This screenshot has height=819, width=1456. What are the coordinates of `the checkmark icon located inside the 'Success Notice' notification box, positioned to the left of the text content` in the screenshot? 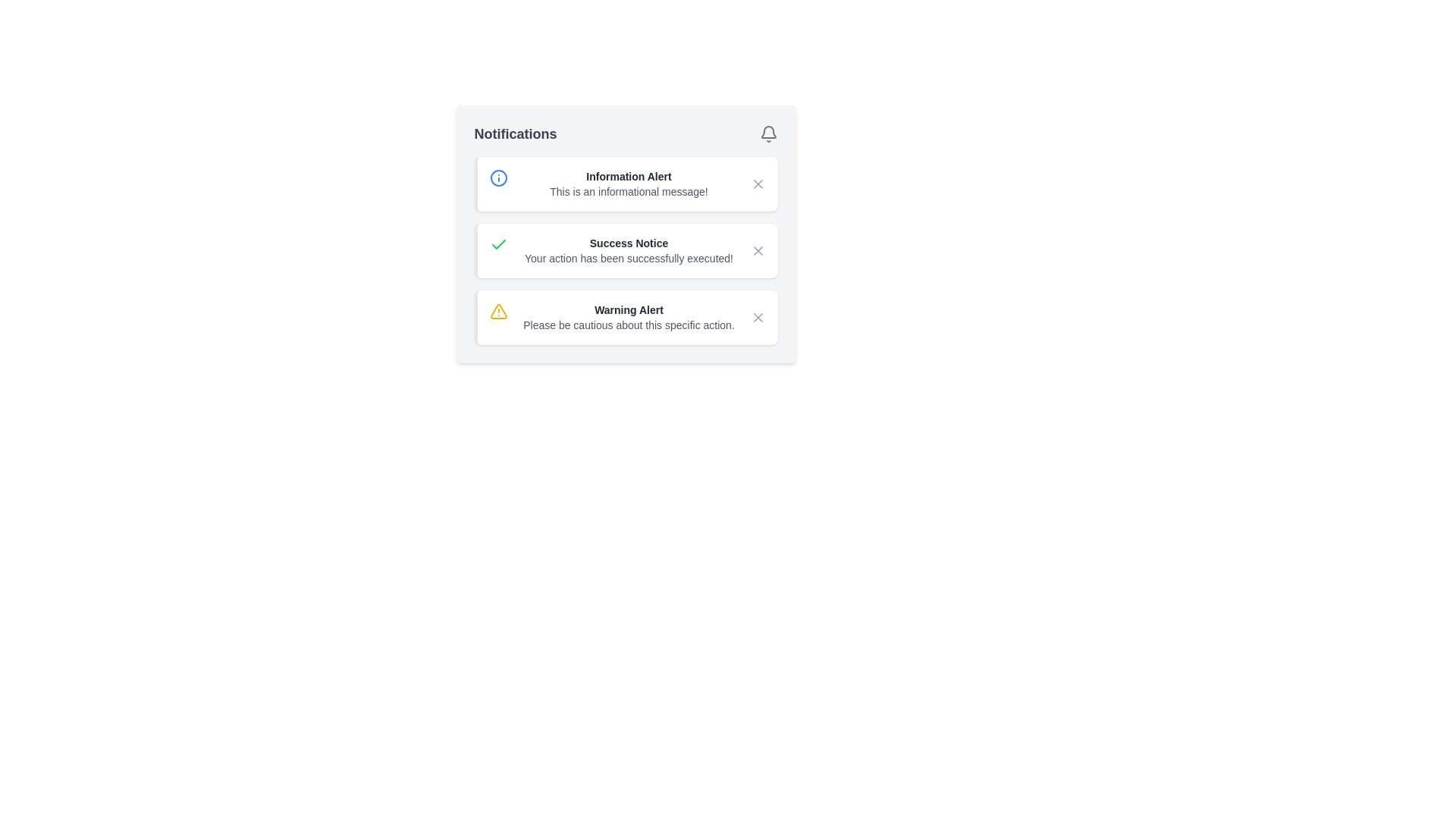 It's located at (498, 250).